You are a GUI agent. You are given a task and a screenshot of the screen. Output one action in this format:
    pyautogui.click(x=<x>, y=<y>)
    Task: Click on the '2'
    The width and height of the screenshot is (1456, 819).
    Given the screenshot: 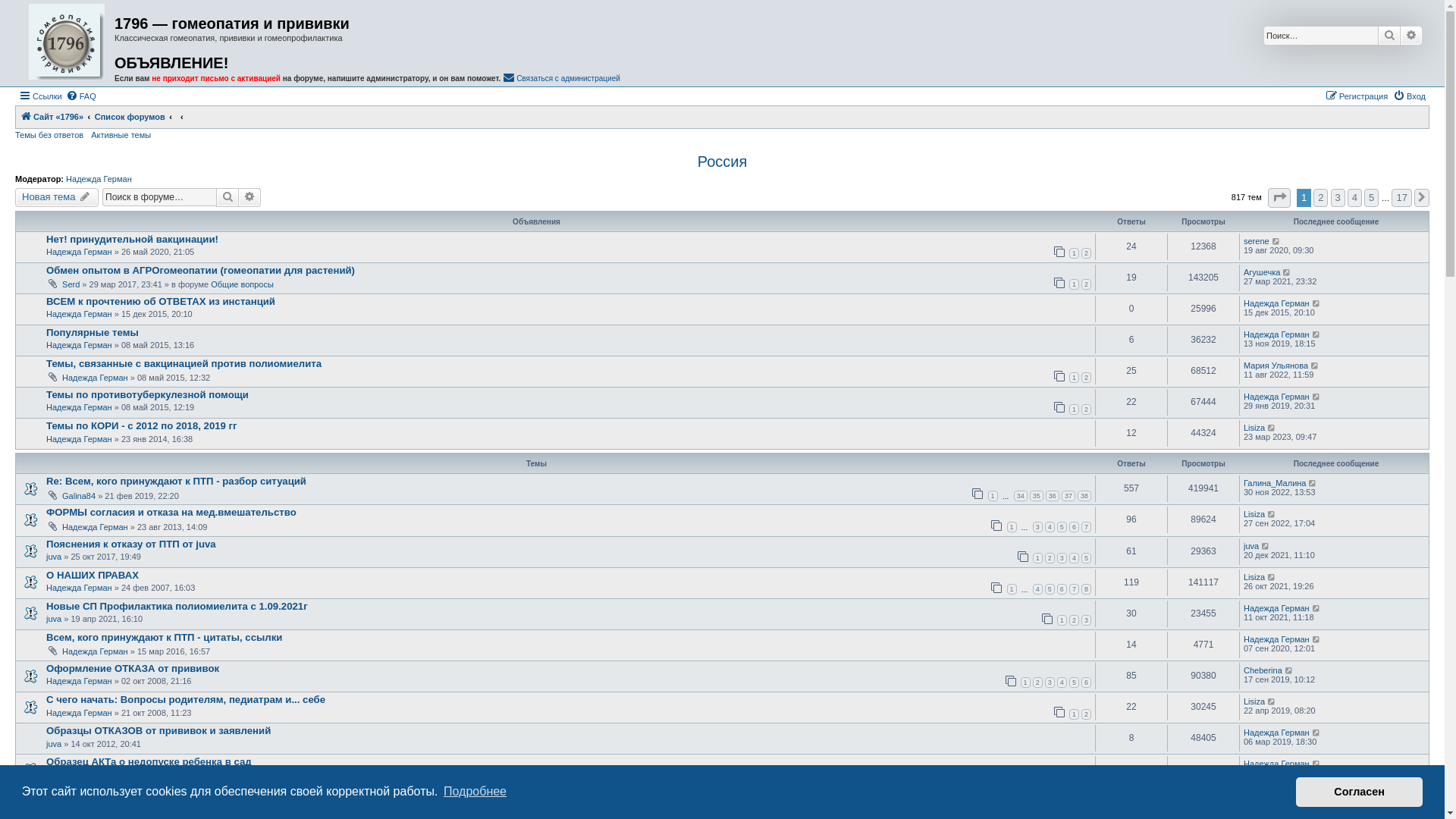 What is the action you would take?
    pyautogui.click(x=1085, y=253)
    